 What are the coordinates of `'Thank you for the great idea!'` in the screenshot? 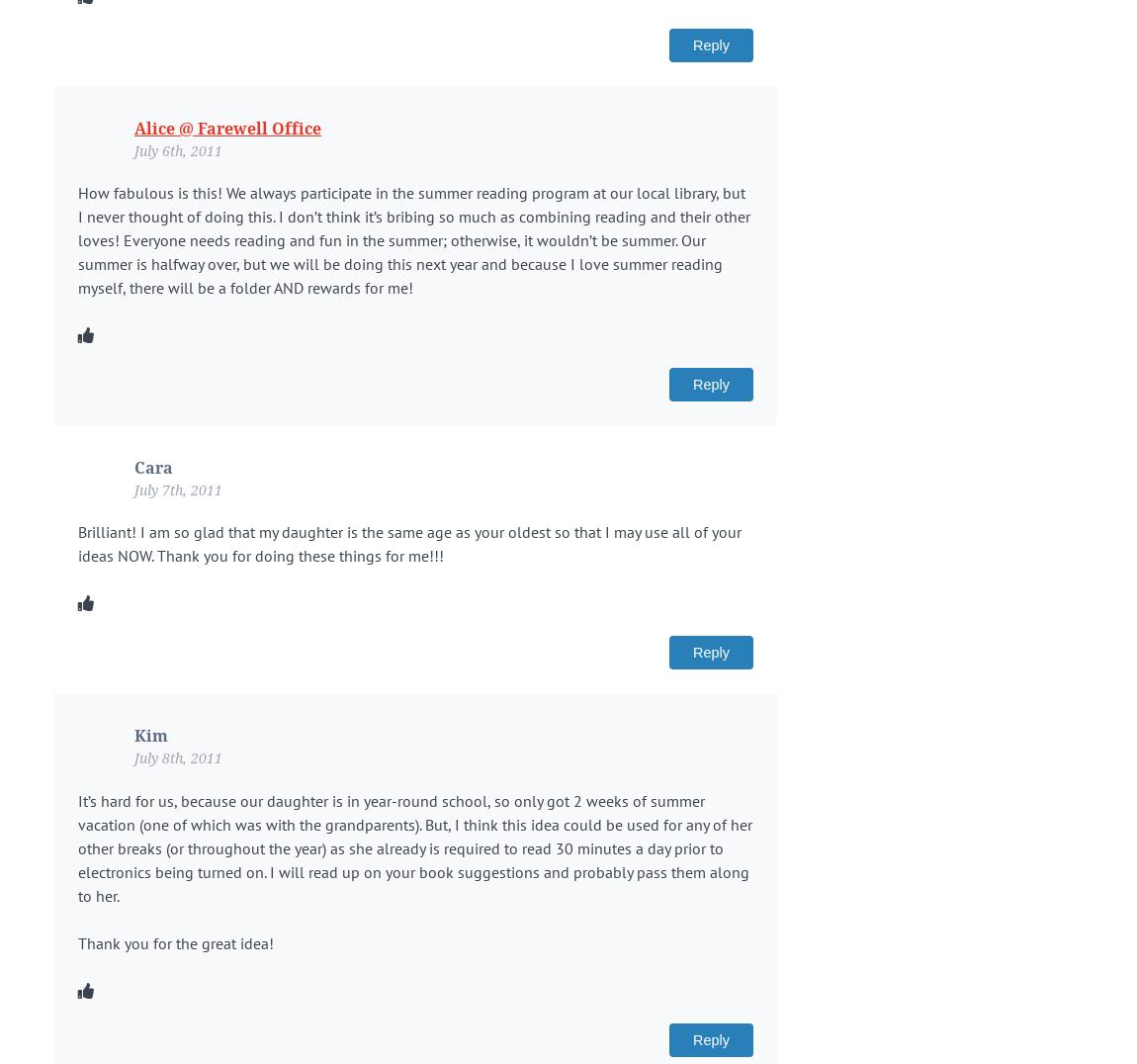 It's located at (77, 942).